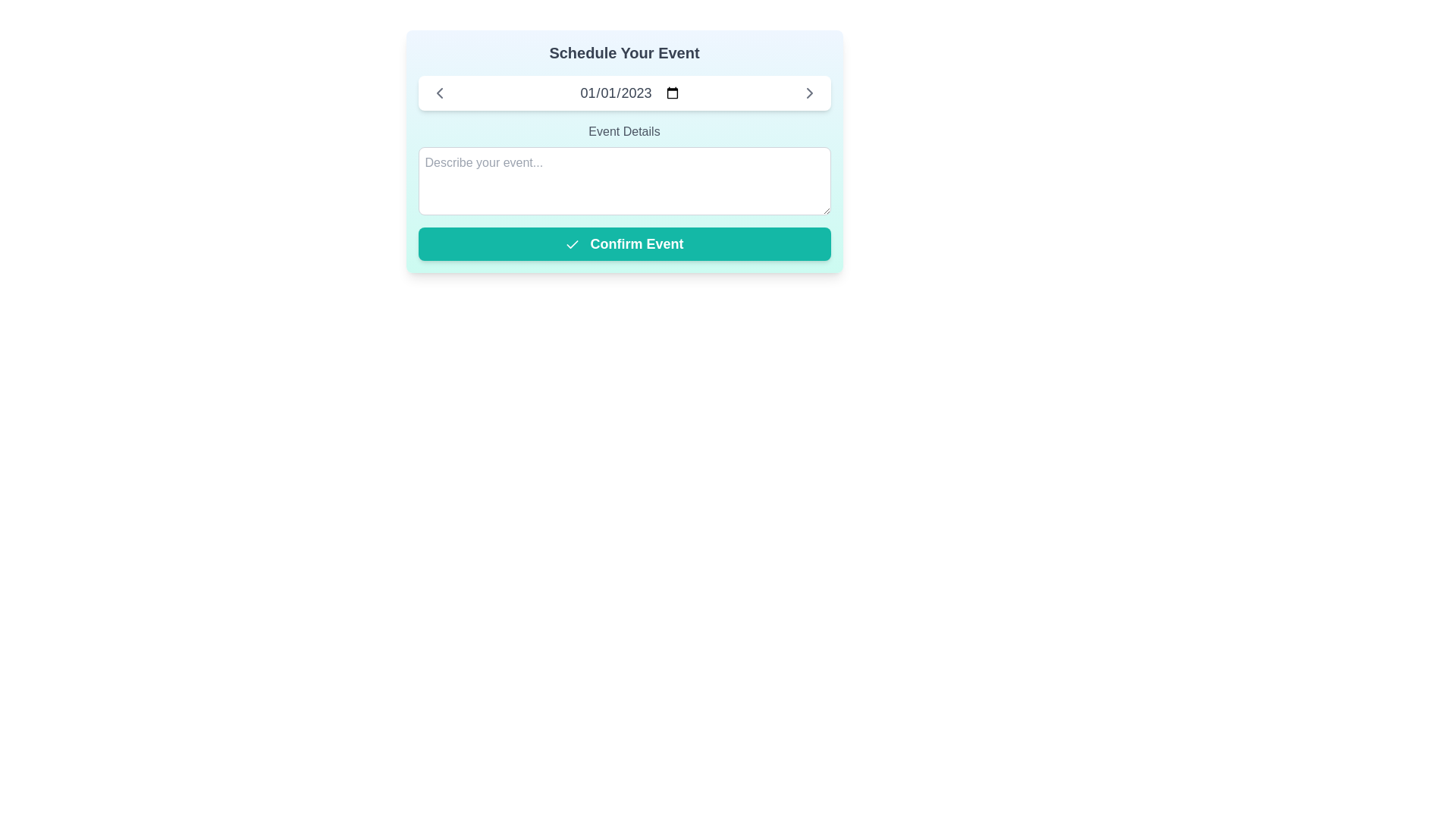  Describe the element at coordinates (438, 93) in the screenshot. I see `the back button icon located in the left section of the horizontal bar at the top of the modal interface, which is to the left of the date display field` at that location.